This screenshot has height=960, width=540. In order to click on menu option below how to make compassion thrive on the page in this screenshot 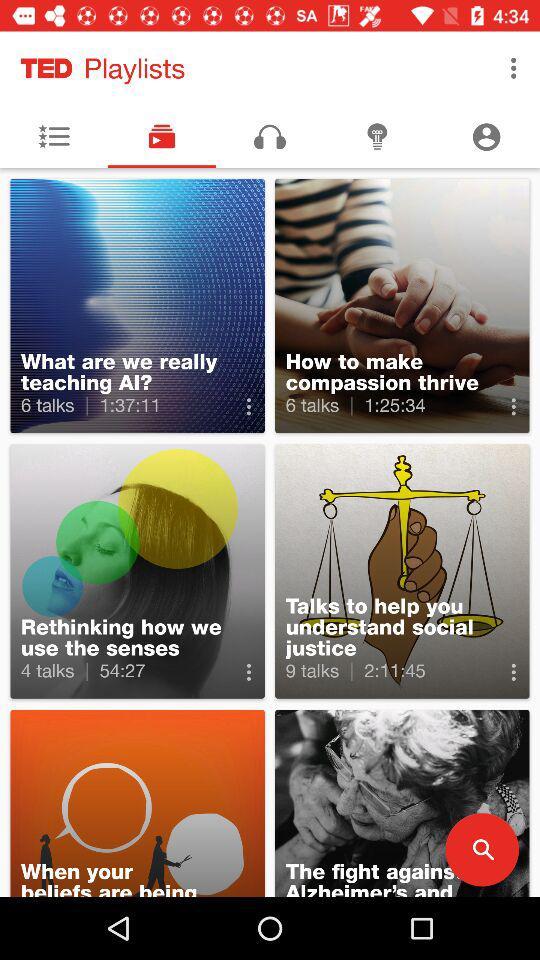, I will do `click(514, 406)`.